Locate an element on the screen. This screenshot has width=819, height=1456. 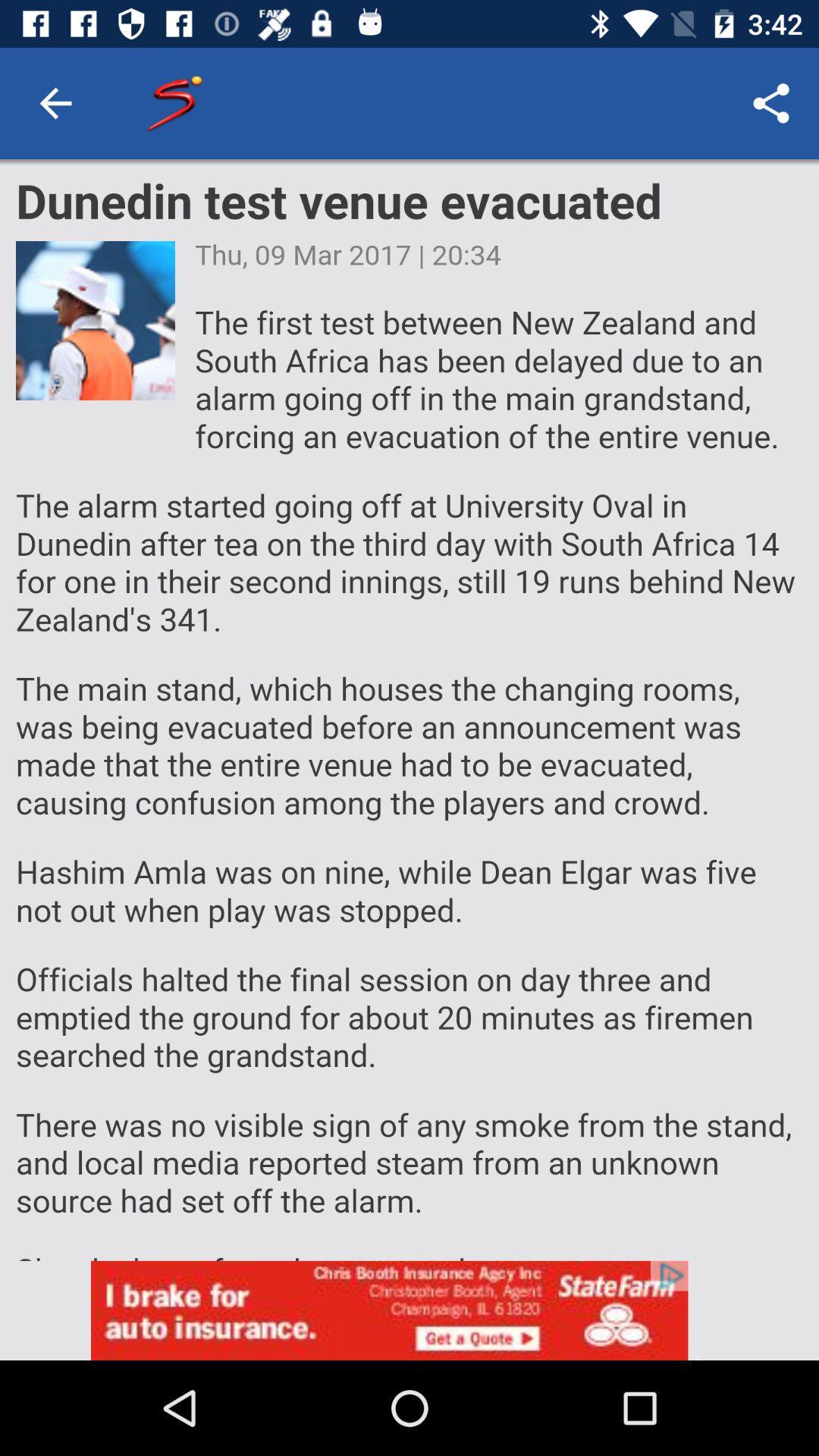
opens a advertisement is located at coordinates (409, 1310).